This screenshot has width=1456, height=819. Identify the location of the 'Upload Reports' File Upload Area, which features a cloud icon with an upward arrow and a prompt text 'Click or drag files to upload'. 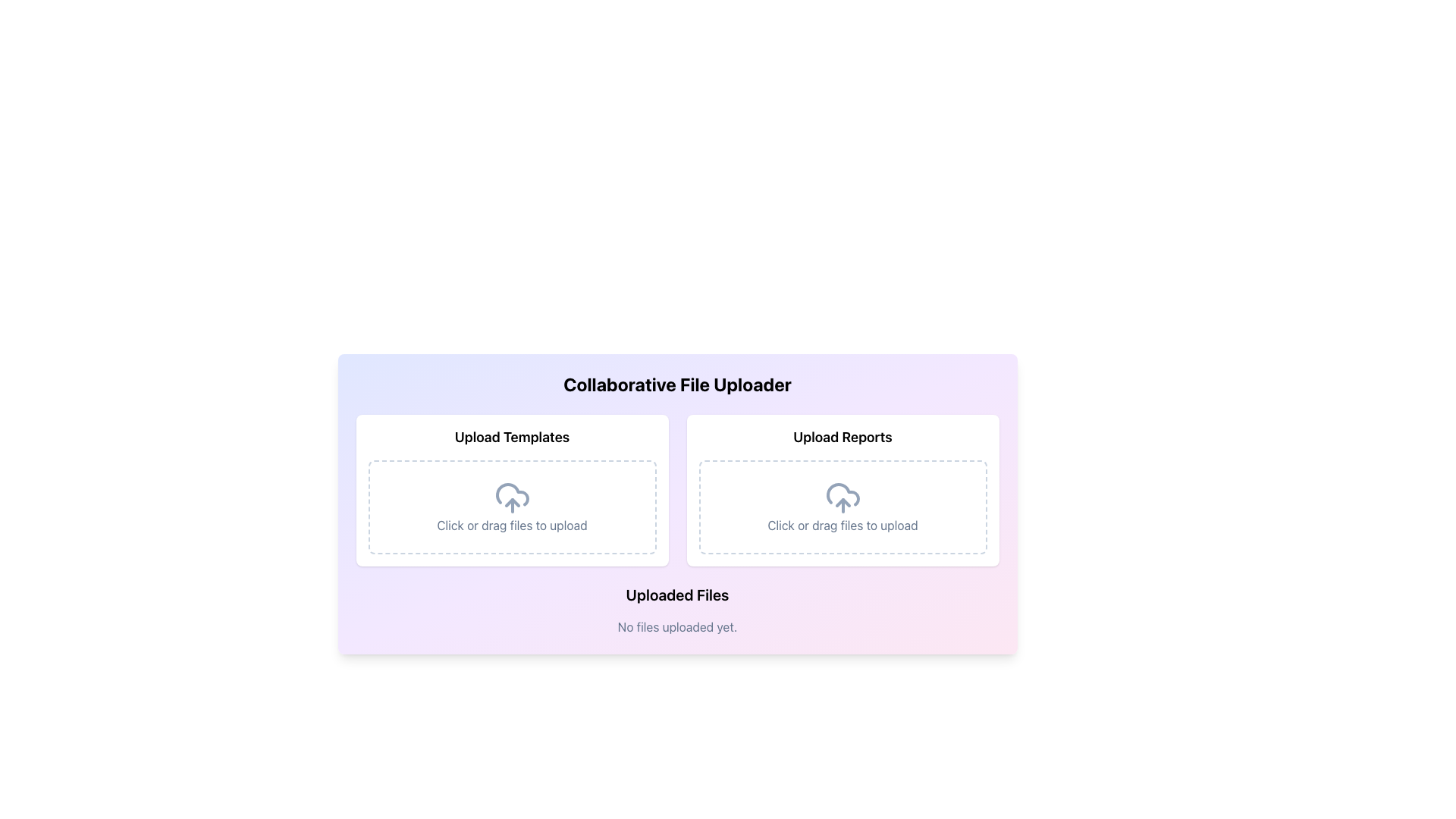
(842, 491).